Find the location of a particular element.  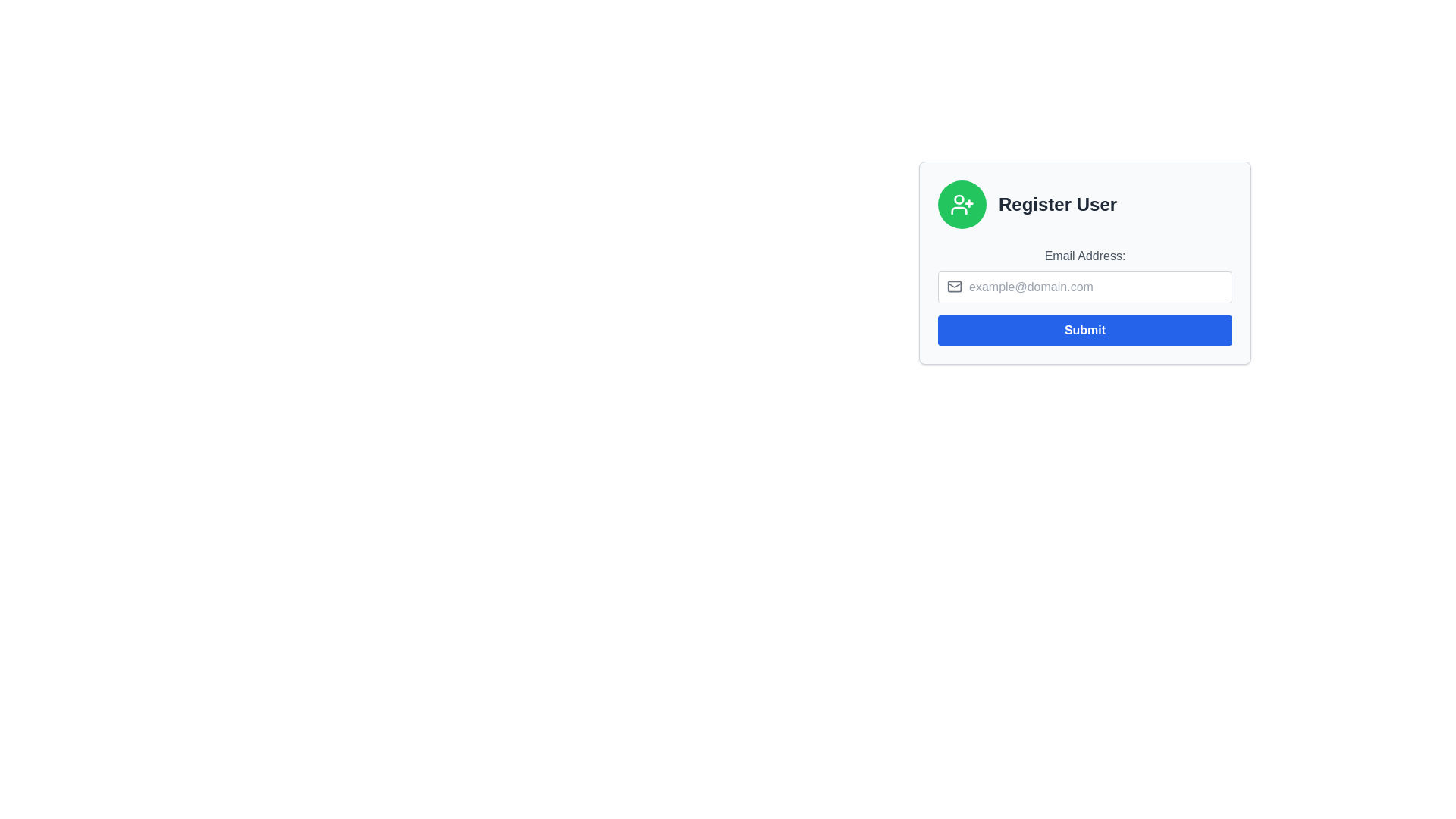

the label that identifies the associated email input field, which is positioned directly above the email entry input field is located at coordinates (1084, 256).